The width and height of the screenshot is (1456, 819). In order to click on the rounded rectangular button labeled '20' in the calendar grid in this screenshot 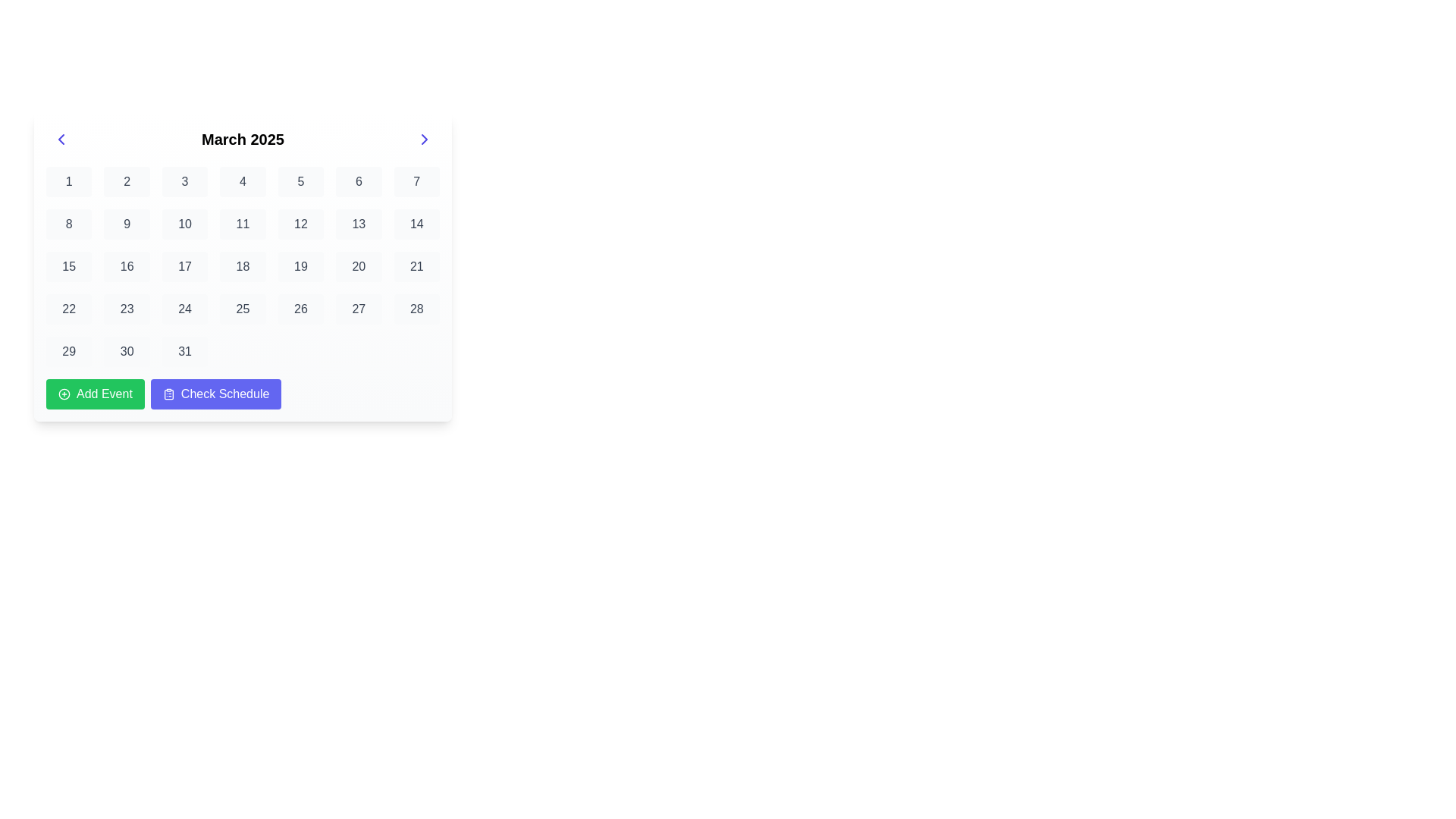, I will do `click(358, 265)`.